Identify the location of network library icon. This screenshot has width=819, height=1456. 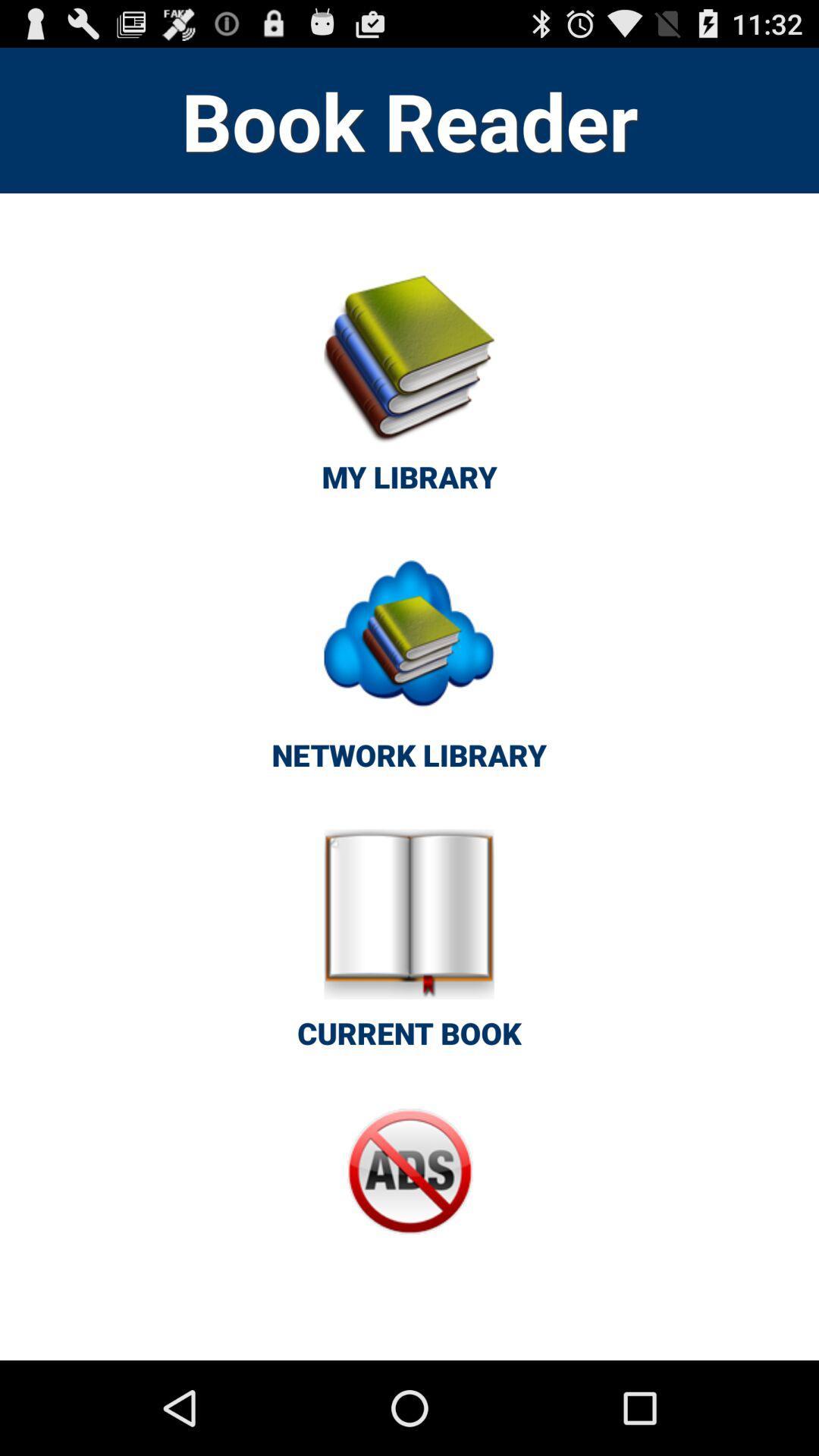
(408, 669).